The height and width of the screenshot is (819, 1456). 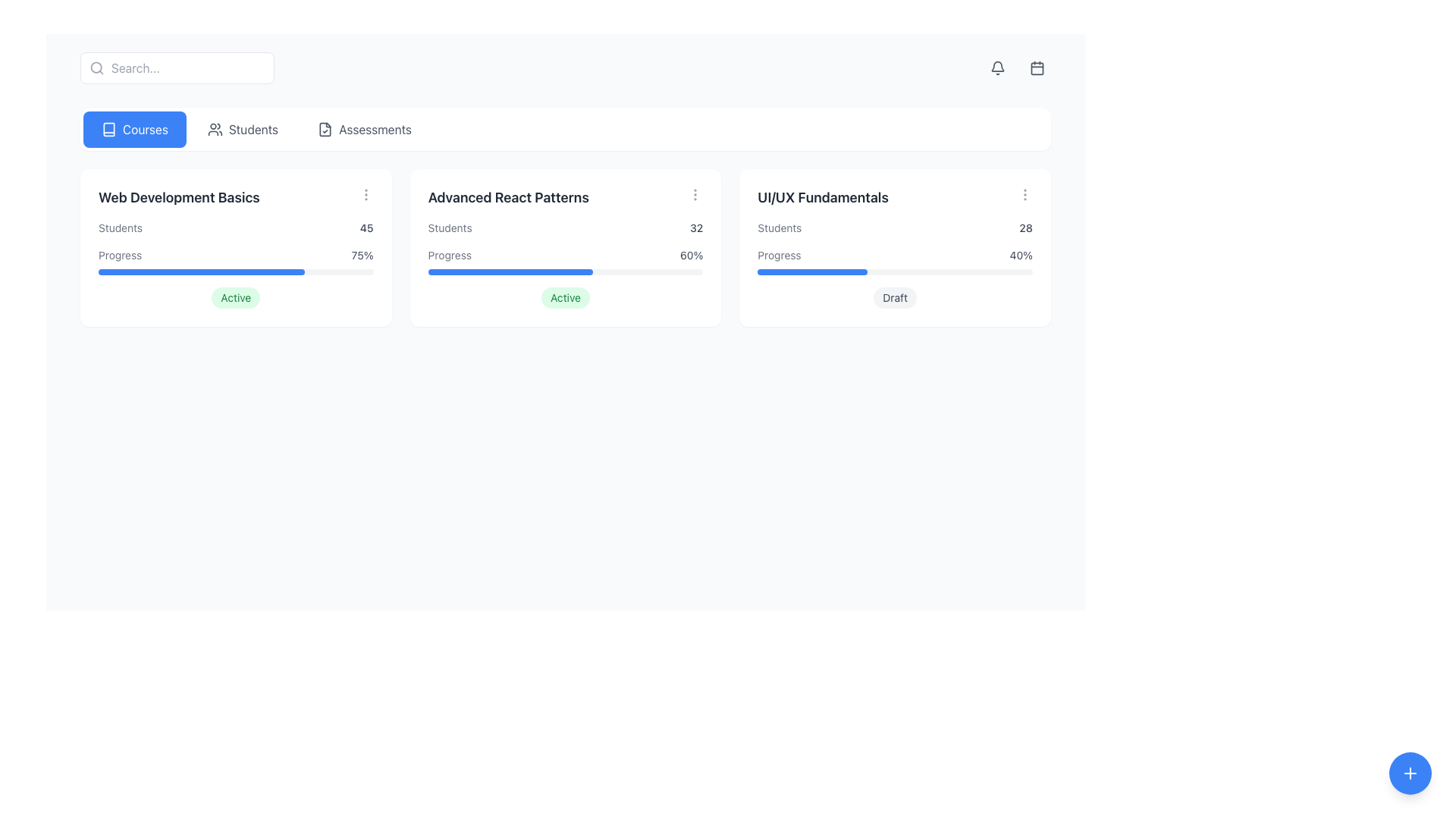 What do you see at coordinates (1037, 67) in the screenshot?
I see `the second interactive circular button from the right in the top-right corner of the interface, which is adjacent to the bell icon button` at bounding box center [1037, 67].